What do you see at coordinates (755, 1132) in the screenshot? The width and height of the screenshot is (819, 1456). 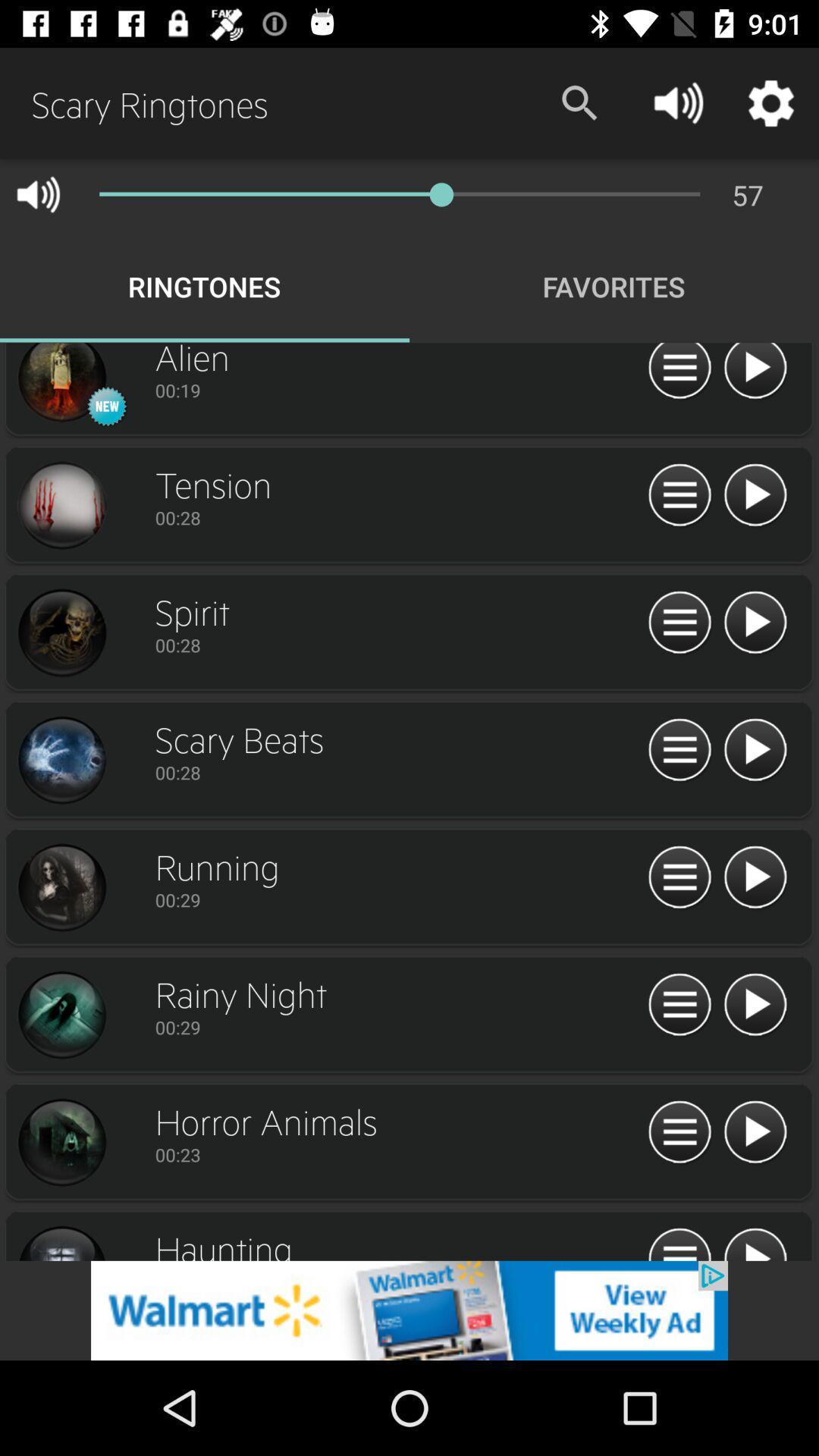 I see `play` at bounding box center [755, 1132].